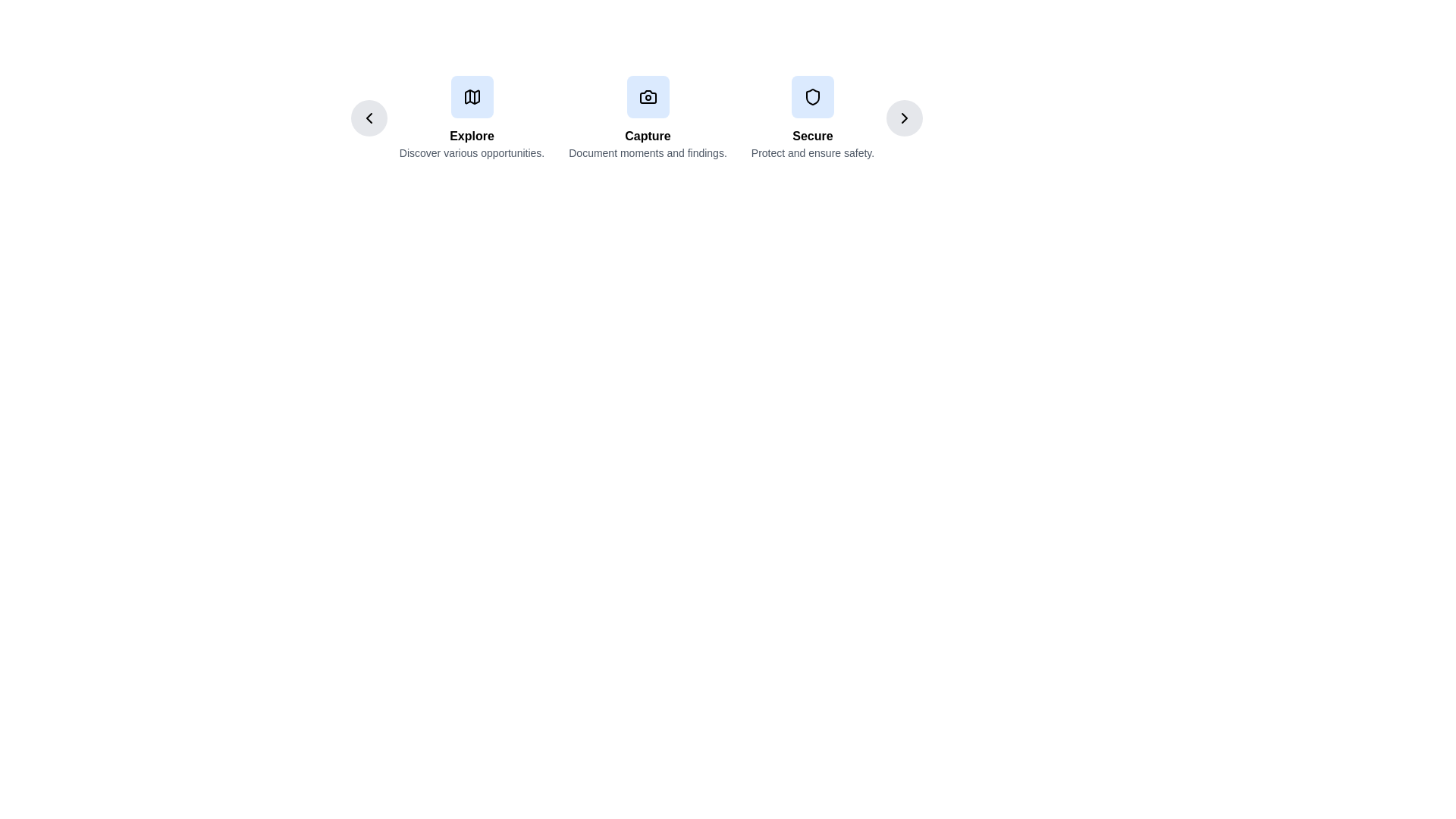 The width and height of the screenshot is (1456, 819). What do you see at coordinates (648, 96) in the screenshot?
I see `the camera icon located in the center of the second item in a row of three, part of the 'Capture' section` at bounding box center [648, 96].